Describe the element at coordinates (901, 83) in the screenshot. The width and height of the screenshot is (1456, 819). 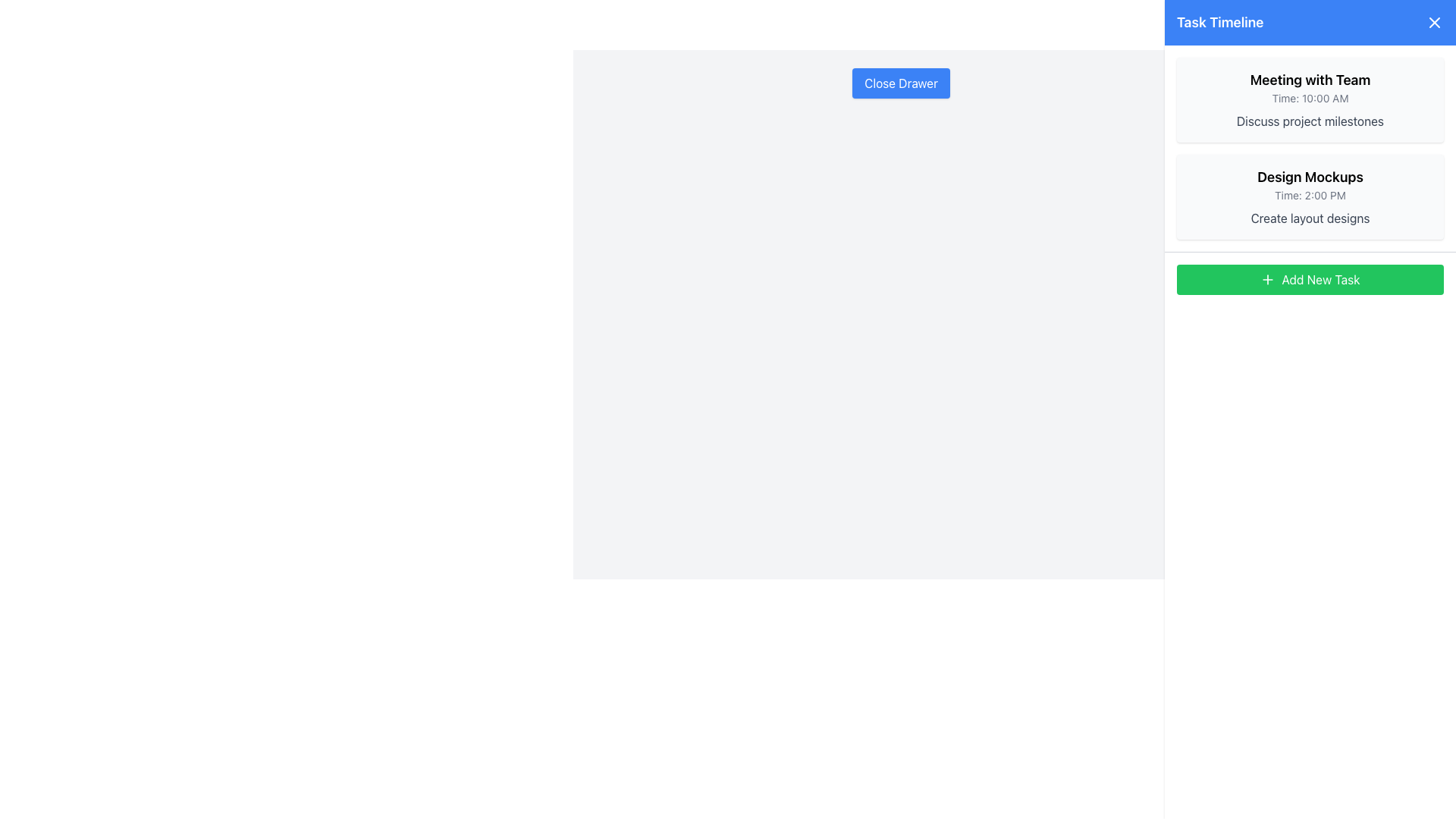
I see `the close button located near the top of the interface to change its appearance` at that location.